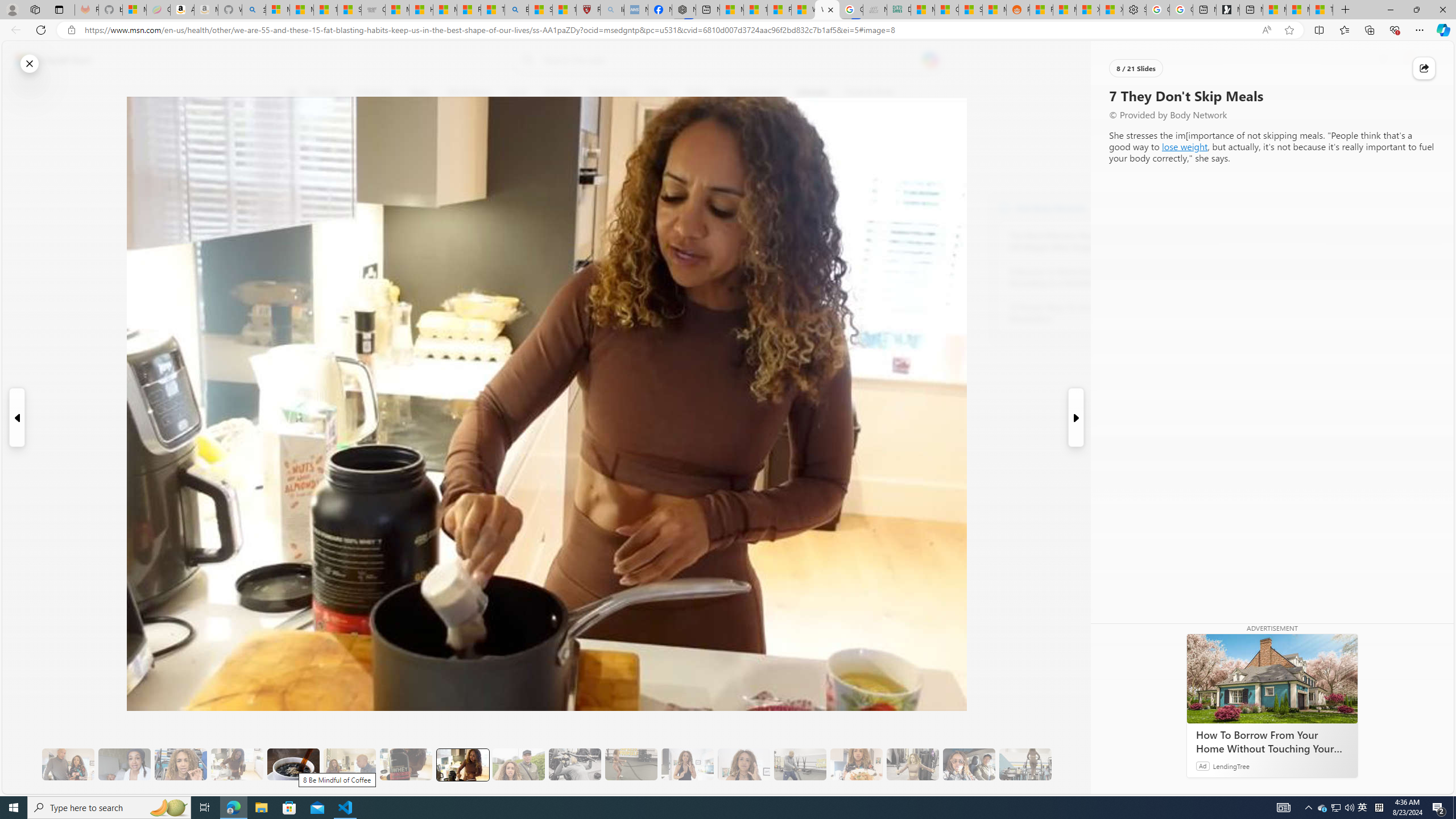 This screenshot has height=819, width=1456. I want to click on 'Share this story', so click(1423, 67).